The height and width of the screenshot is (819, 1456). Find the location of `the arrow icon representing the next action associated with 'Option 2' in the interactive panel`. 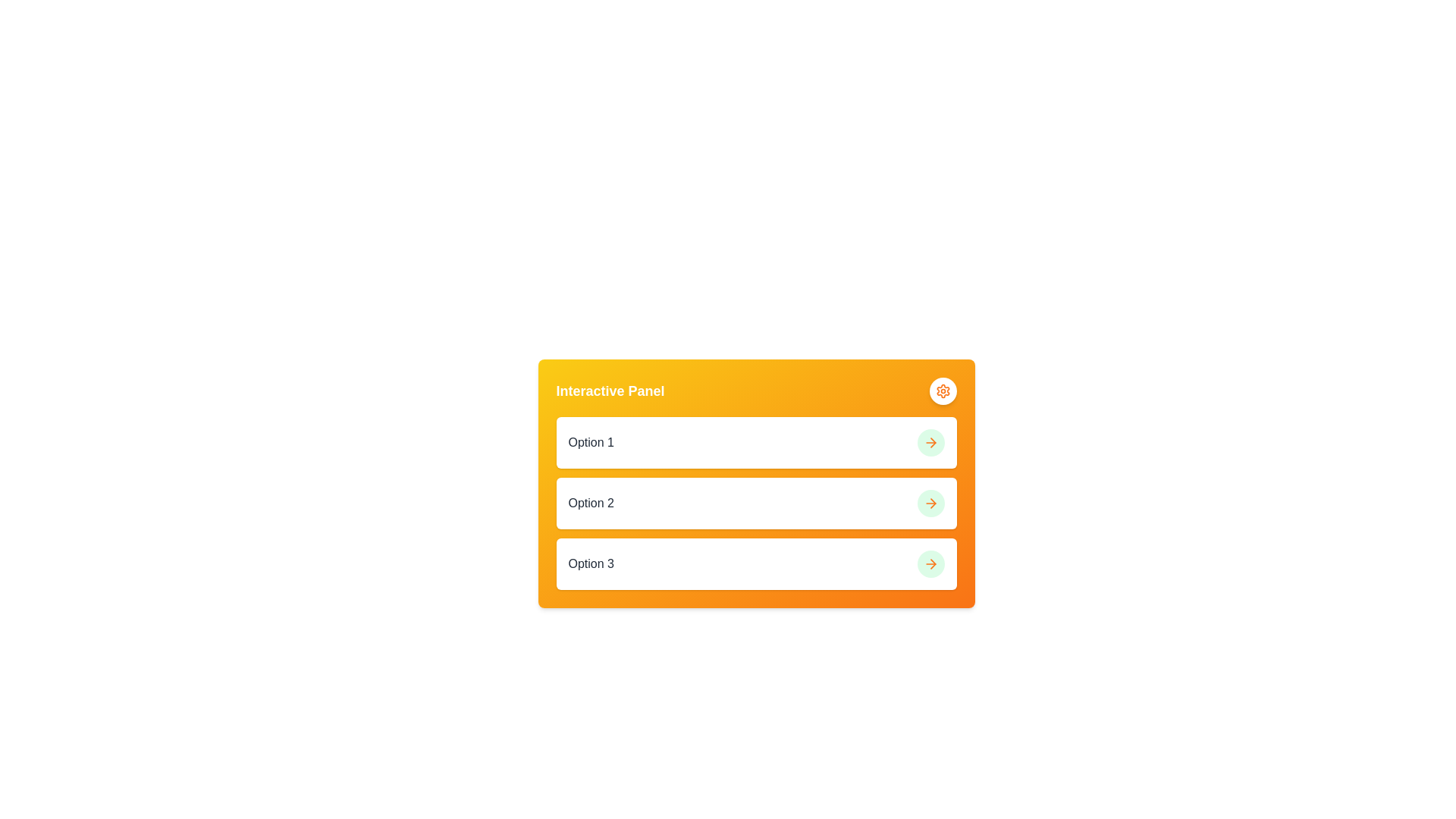

the arrow icon representing the next action associated with 'Option 2' in the interactive panel is located at coordinates (931, 503).